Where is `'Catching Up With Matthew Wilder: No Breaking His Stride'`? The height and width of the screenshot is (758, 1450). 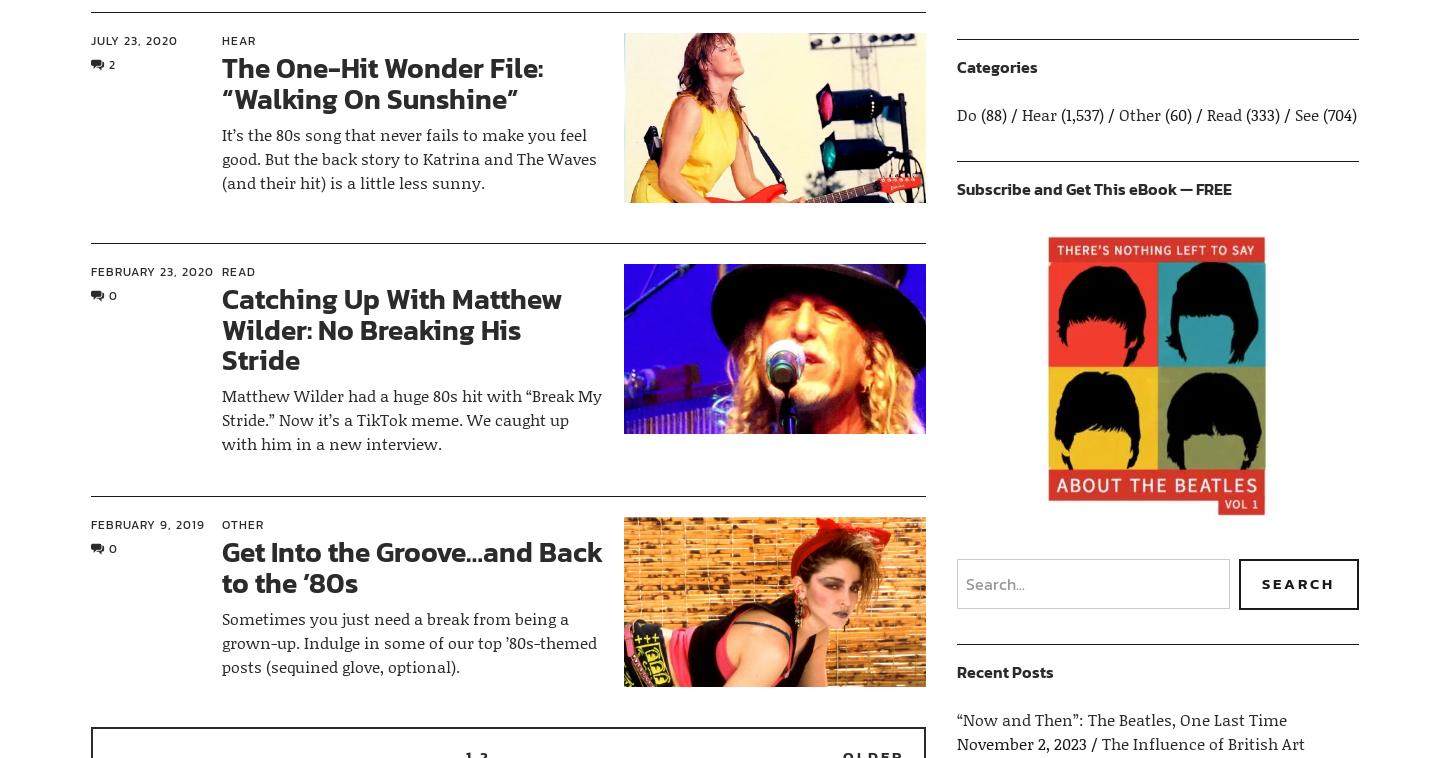
'Catching Up With Matthew Wilder: No Breaking His Stride' is located at coordinates (390, 328).